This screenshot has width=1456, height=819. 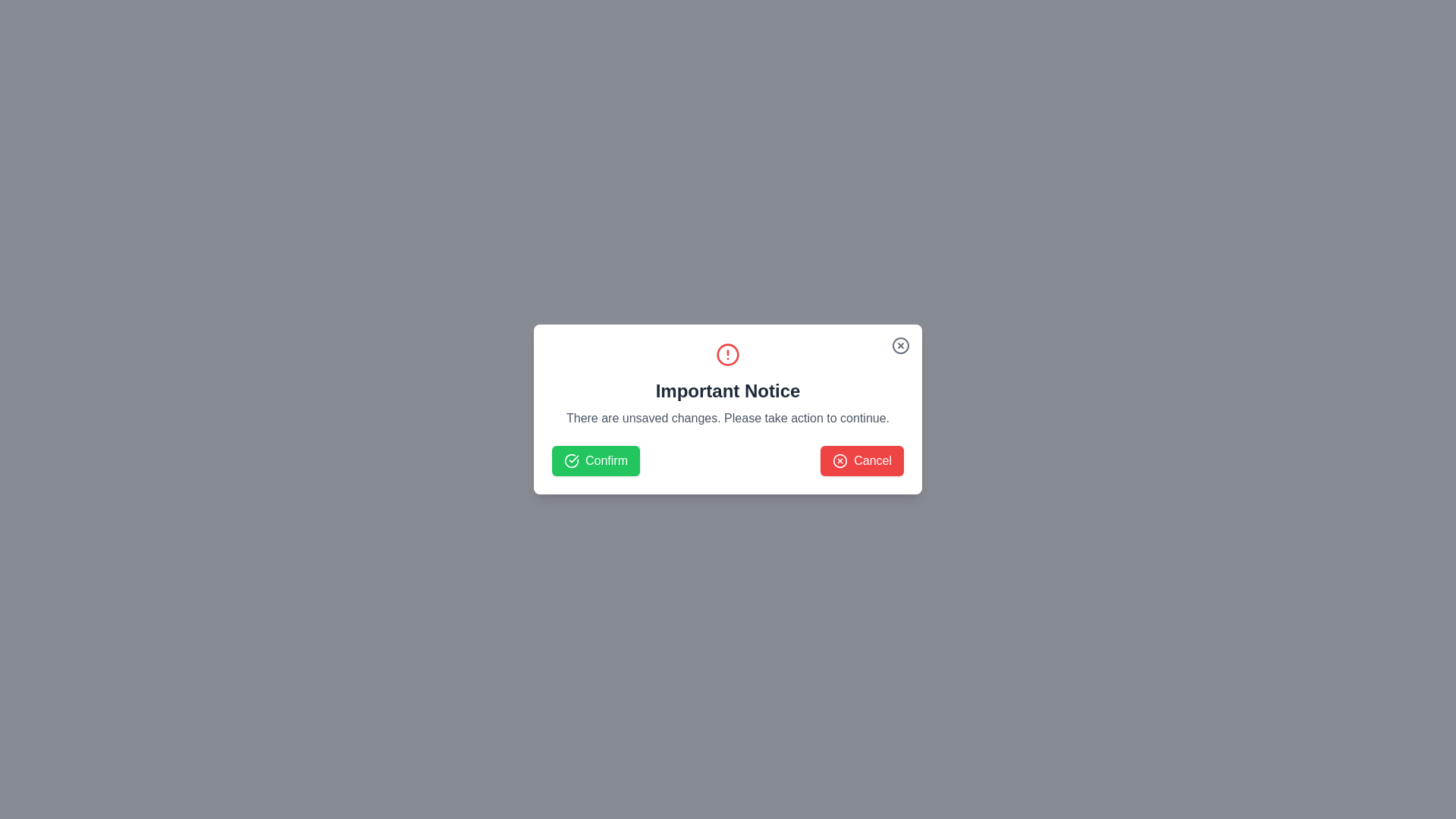 What do you see at coordinates (901, 345) in the screenshot?
I see `the circular button with an 'X' symbol inside, located at the top-right corner of the 'Important Notice' dialog box` at bounding box center [901, 345].